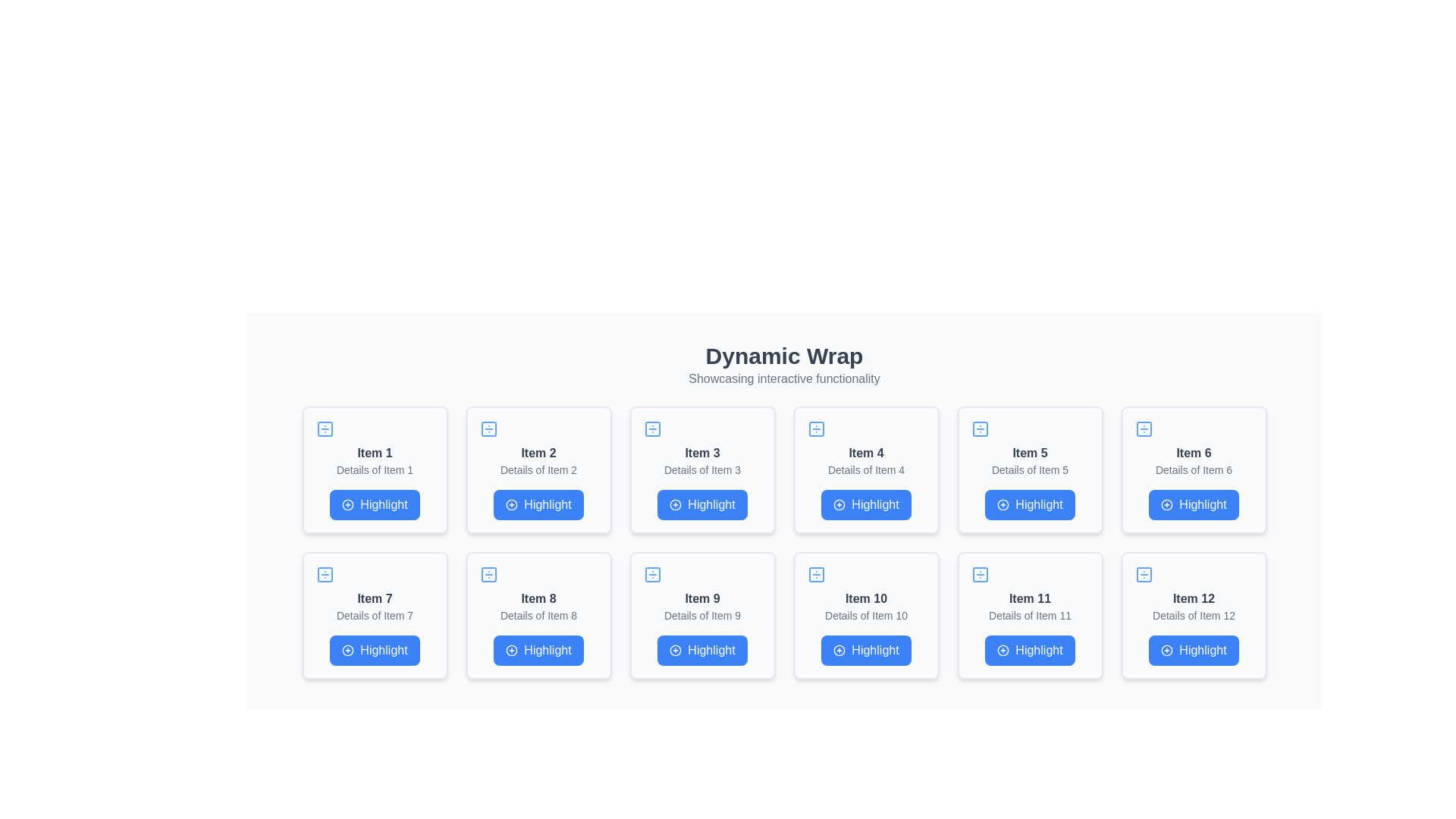 The width and height of the screenshot is (1456, 819). What do you see at coordinates (1003, 505) in the screenshot?
I see `the central circular component of the 'plus in a circle' icon above the text 'Item 5', which is part of the fifth card in a 4x3 grid` at bounding box center [1003, 505].